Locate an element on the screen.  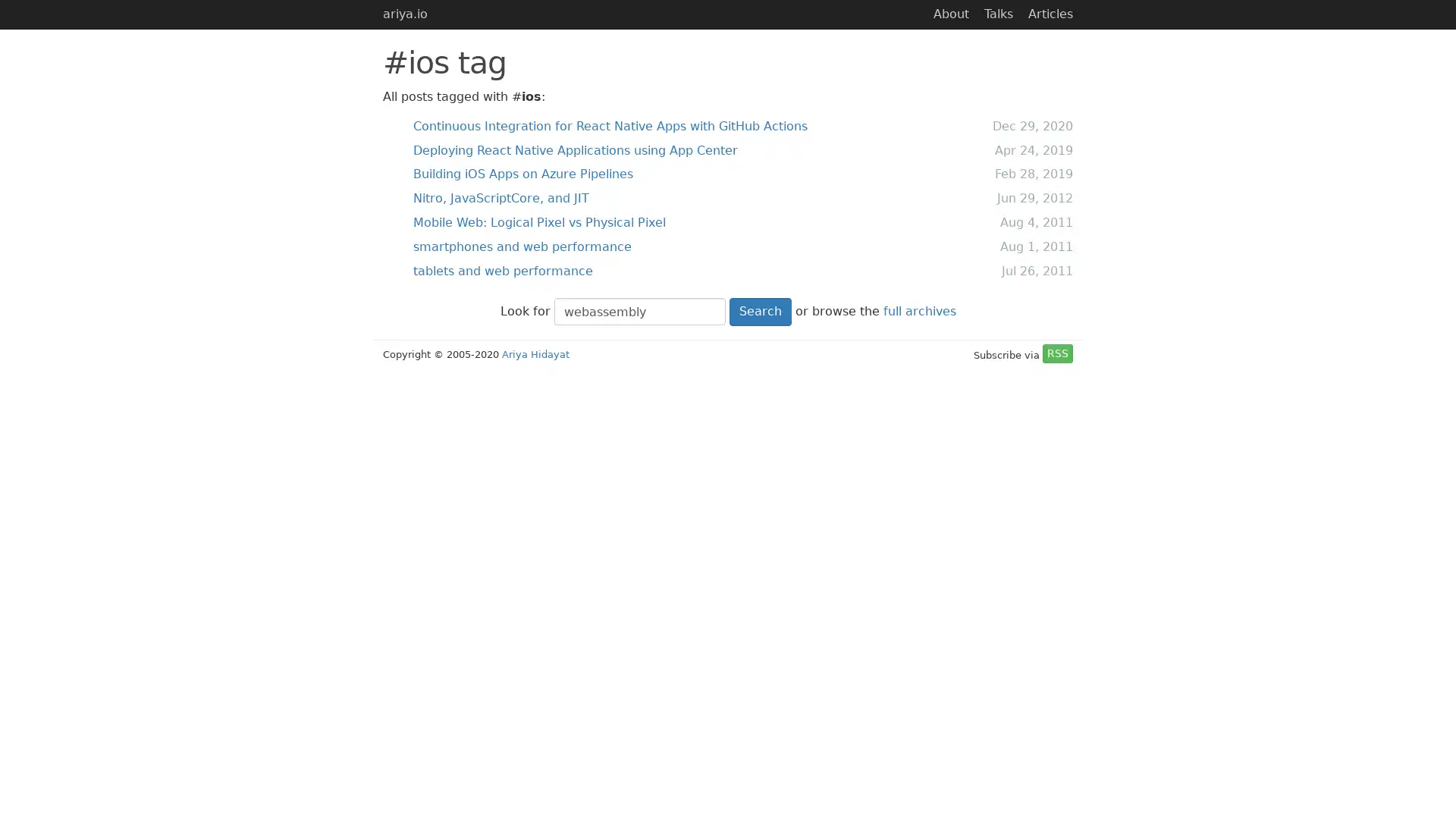
Search is located at coordinates (760, 310).